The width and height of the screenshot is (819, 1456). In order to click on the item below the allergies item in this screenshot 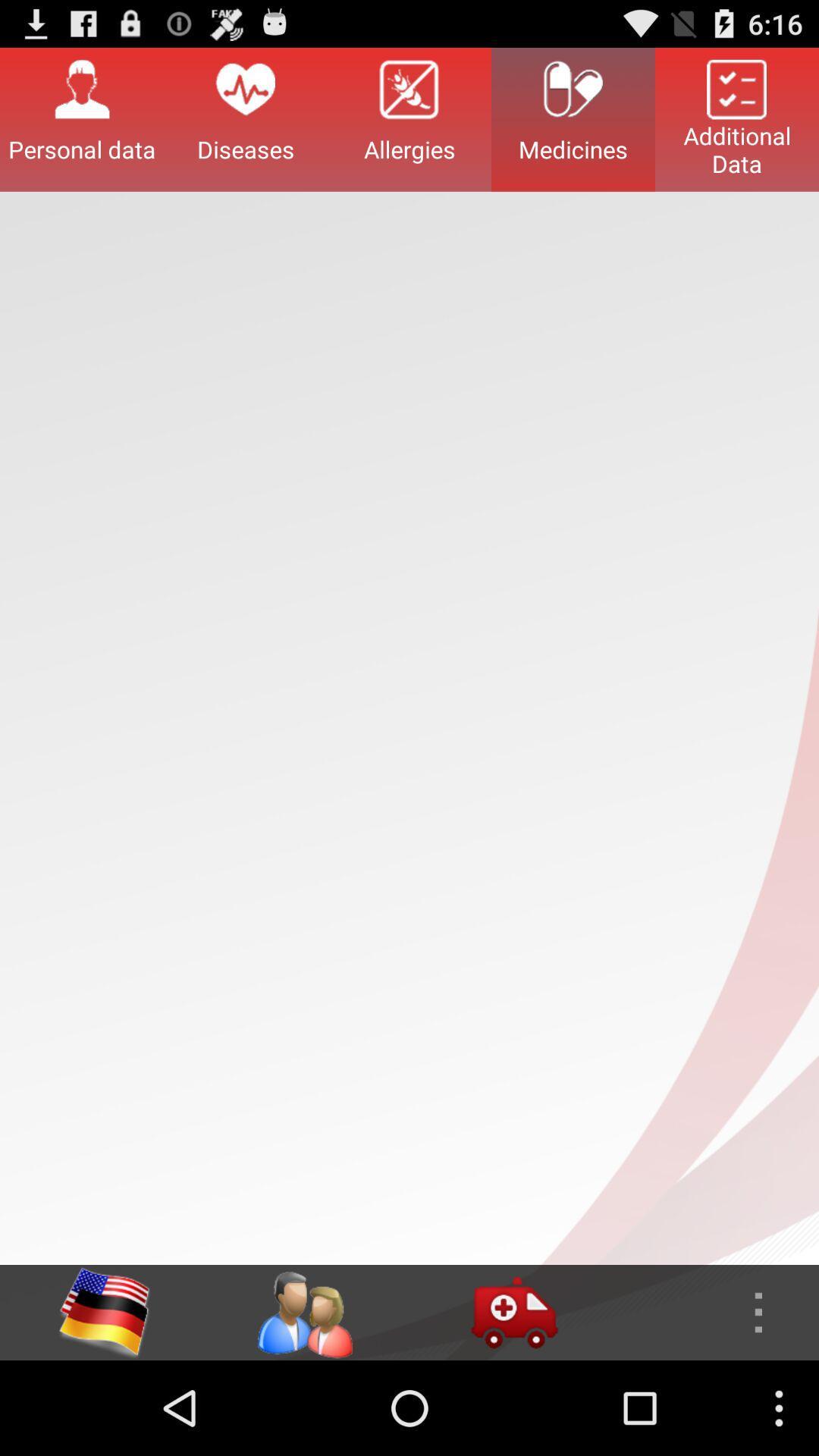, I will do `click(513, 1312)`.